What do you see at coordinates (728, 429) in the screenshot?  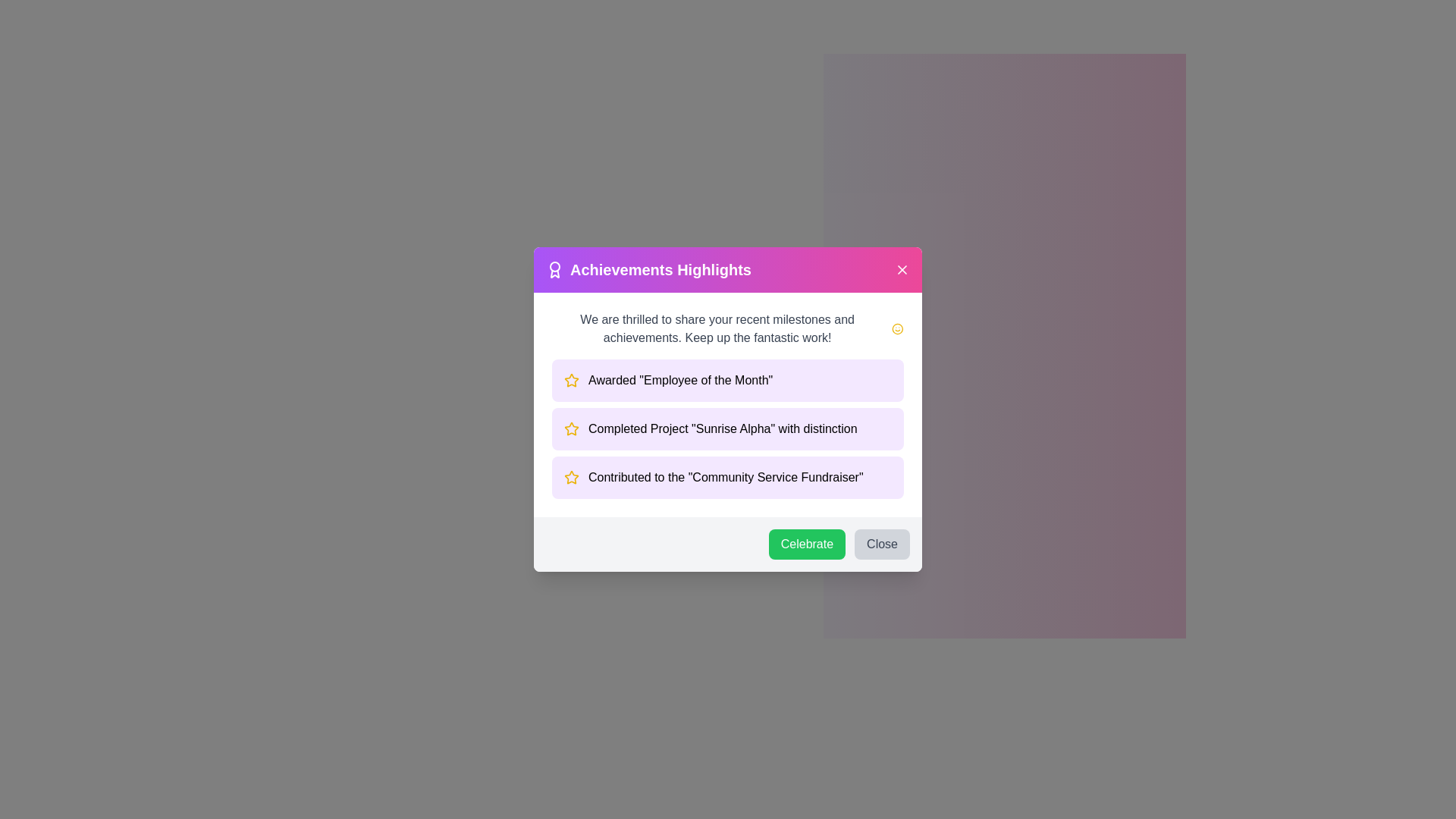 I see `the static display of an achievement located in the second position within the 'Achievements Highlights' modal dialog` at bounding box center [728, 429].